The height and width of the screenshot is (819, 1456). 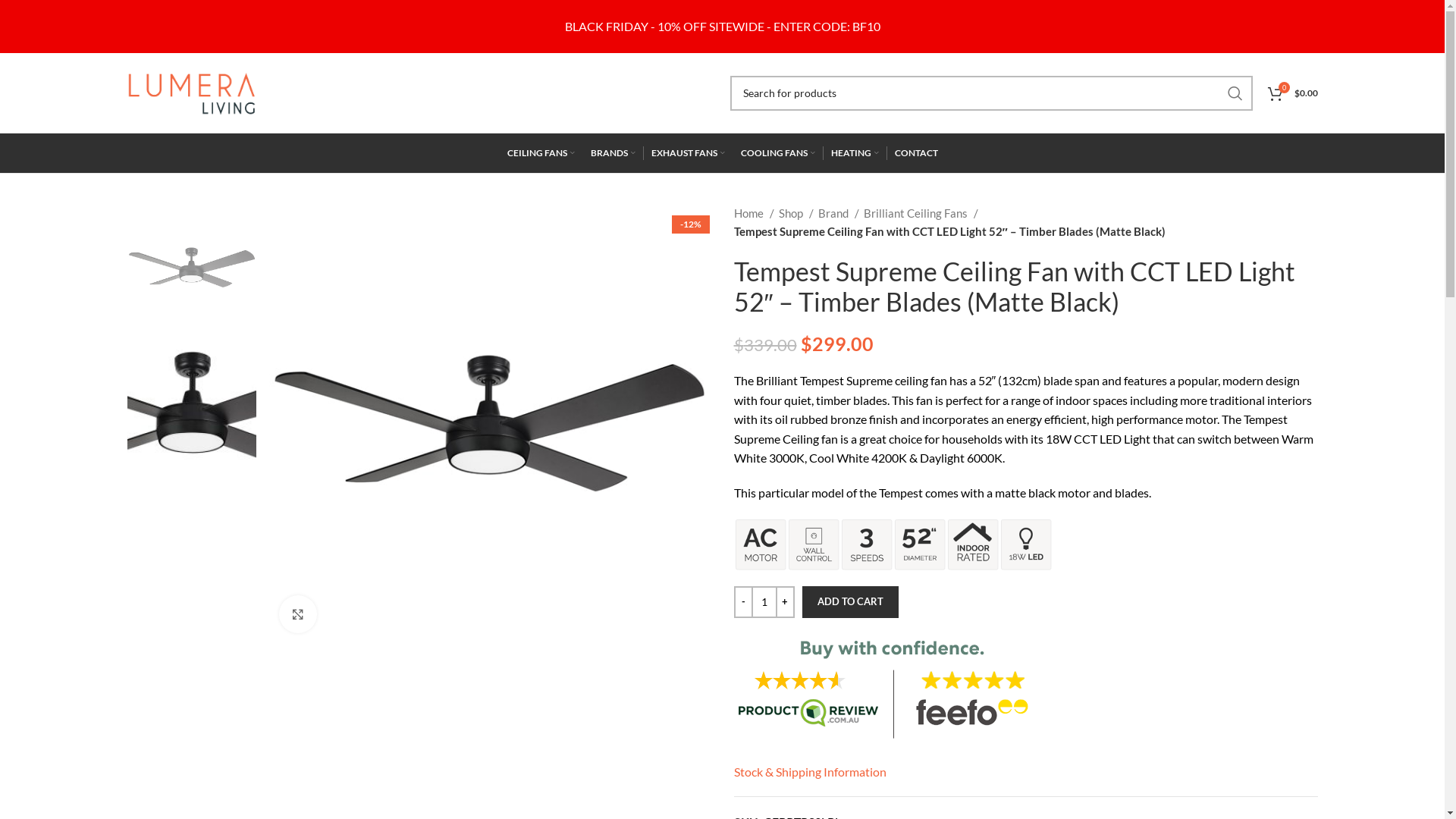 What do you see at coordinates (836, 213) in the screenshot?
I see `'Brand'` at bounding box center [836, 213].